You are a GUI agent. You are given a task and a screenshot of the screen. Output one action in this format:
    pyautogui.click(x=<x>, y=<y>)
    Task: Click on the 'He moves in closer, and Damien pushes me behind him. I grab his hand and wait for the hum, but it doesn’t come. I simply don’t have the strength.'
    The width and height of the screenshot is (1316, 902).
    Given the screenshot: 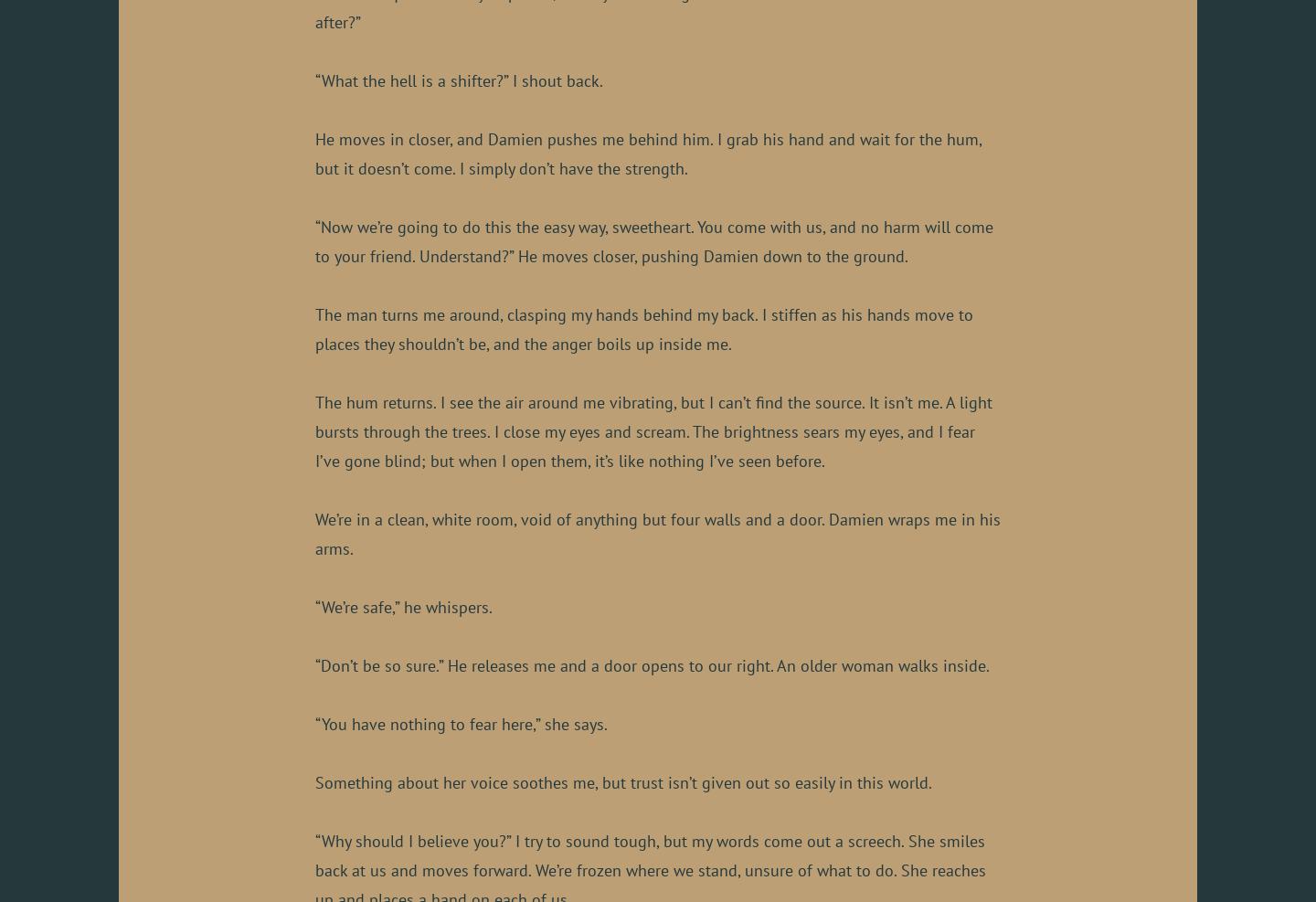 What is the action you would take?
    pyautogui.click(x=648, y=152)
    